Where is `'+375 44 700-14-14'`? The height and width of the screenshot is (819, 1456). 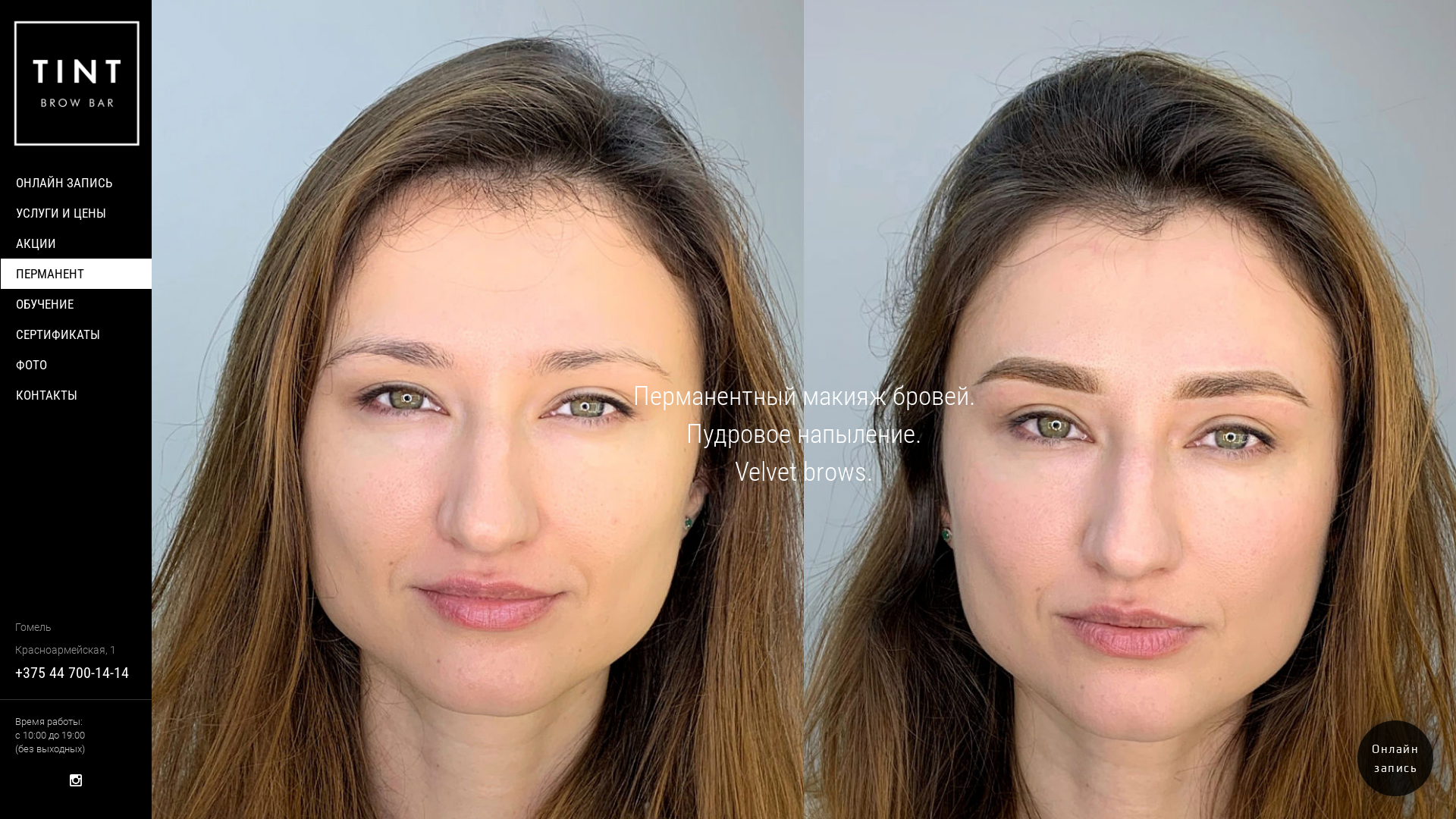 '+375 44 700-14-14' is located at coordinates (71, 672).